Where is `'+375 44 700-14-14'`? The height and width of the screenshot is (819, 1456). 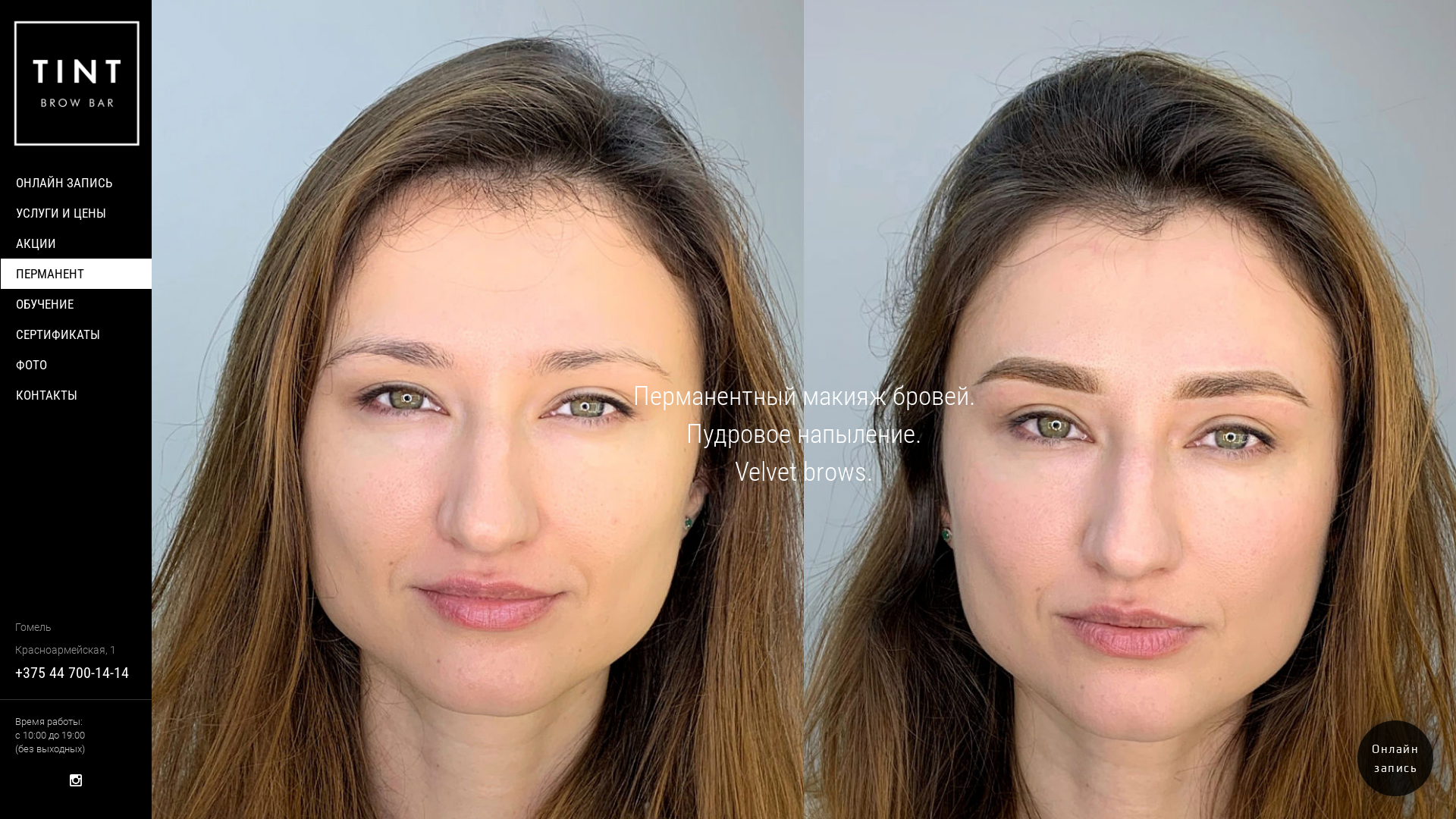 '+375 44 700-14-14' is located at coordinates (71, 672).